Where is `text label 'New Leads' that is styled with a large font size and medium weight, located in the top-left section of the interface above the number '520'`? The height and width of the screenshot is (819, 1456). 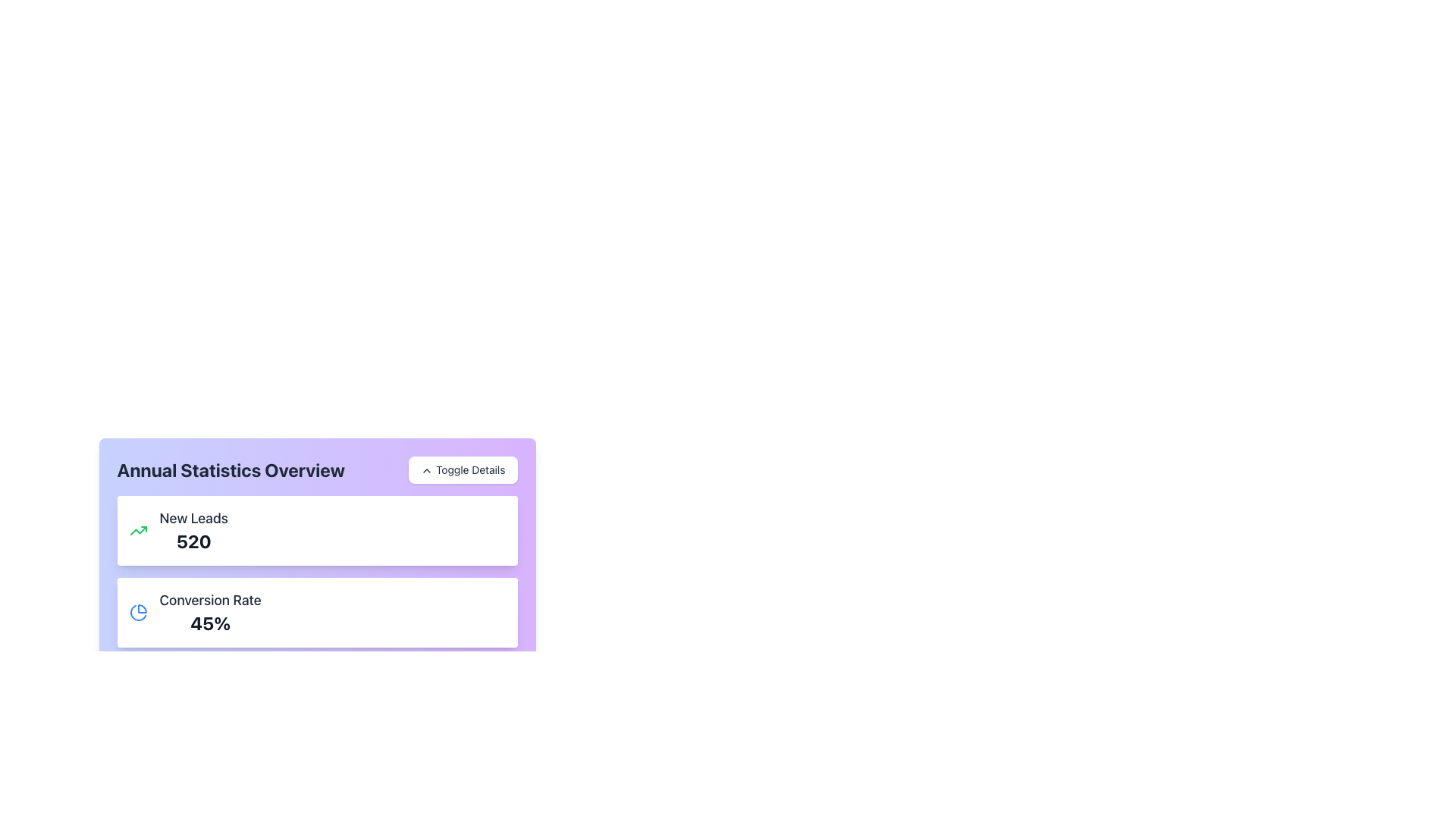 text label 'New Leads' that is styled with a large font size and medium weight, located in the top-left section of the interface above the number '520' is located at coordinates (193, 517).